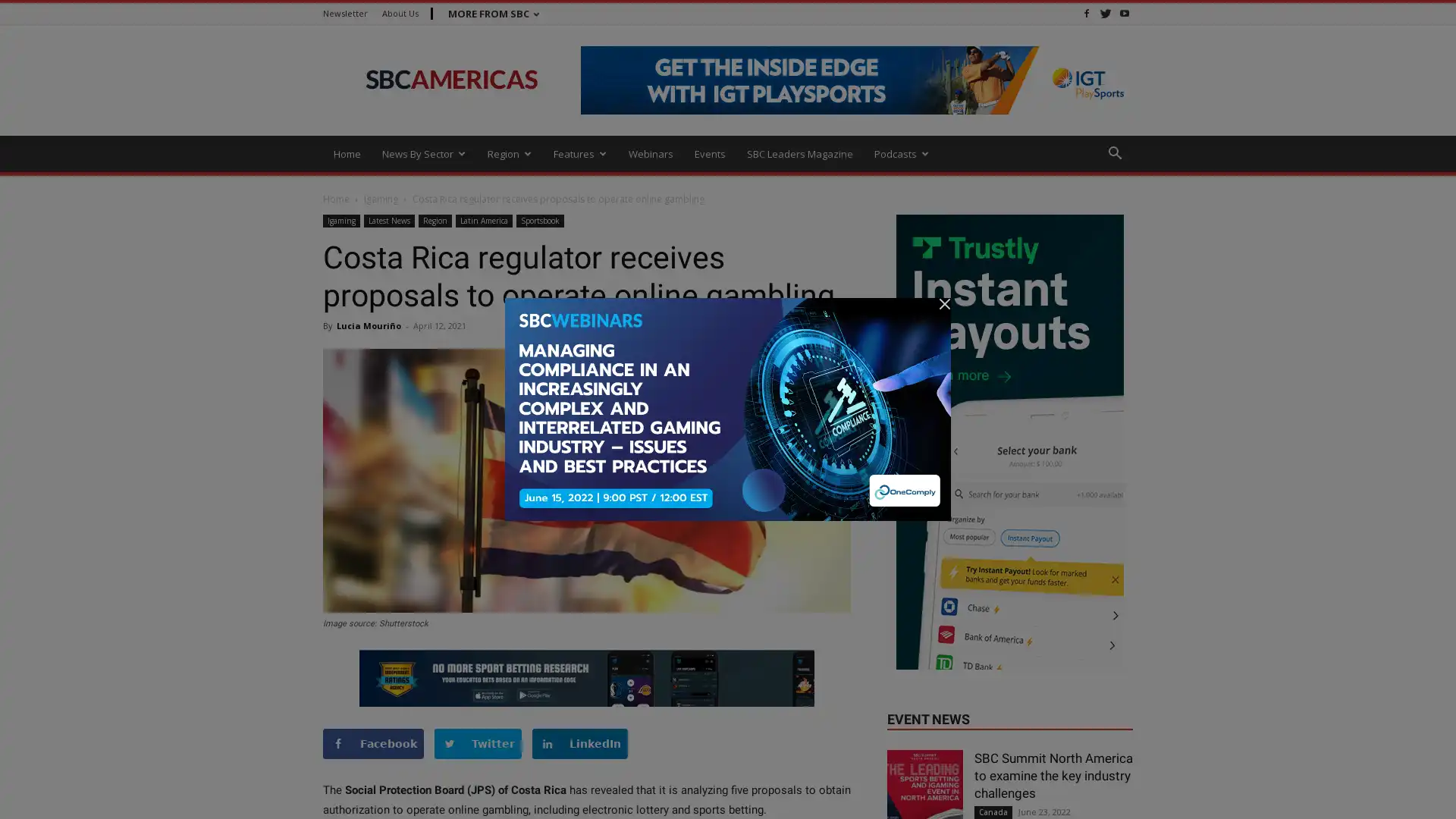 The width and height of the screenshot is (1456, 819). What do you see at coordinates (945, 797) in the screenshot?
I see `GET TICKETS` at bounding box center [945, 797].